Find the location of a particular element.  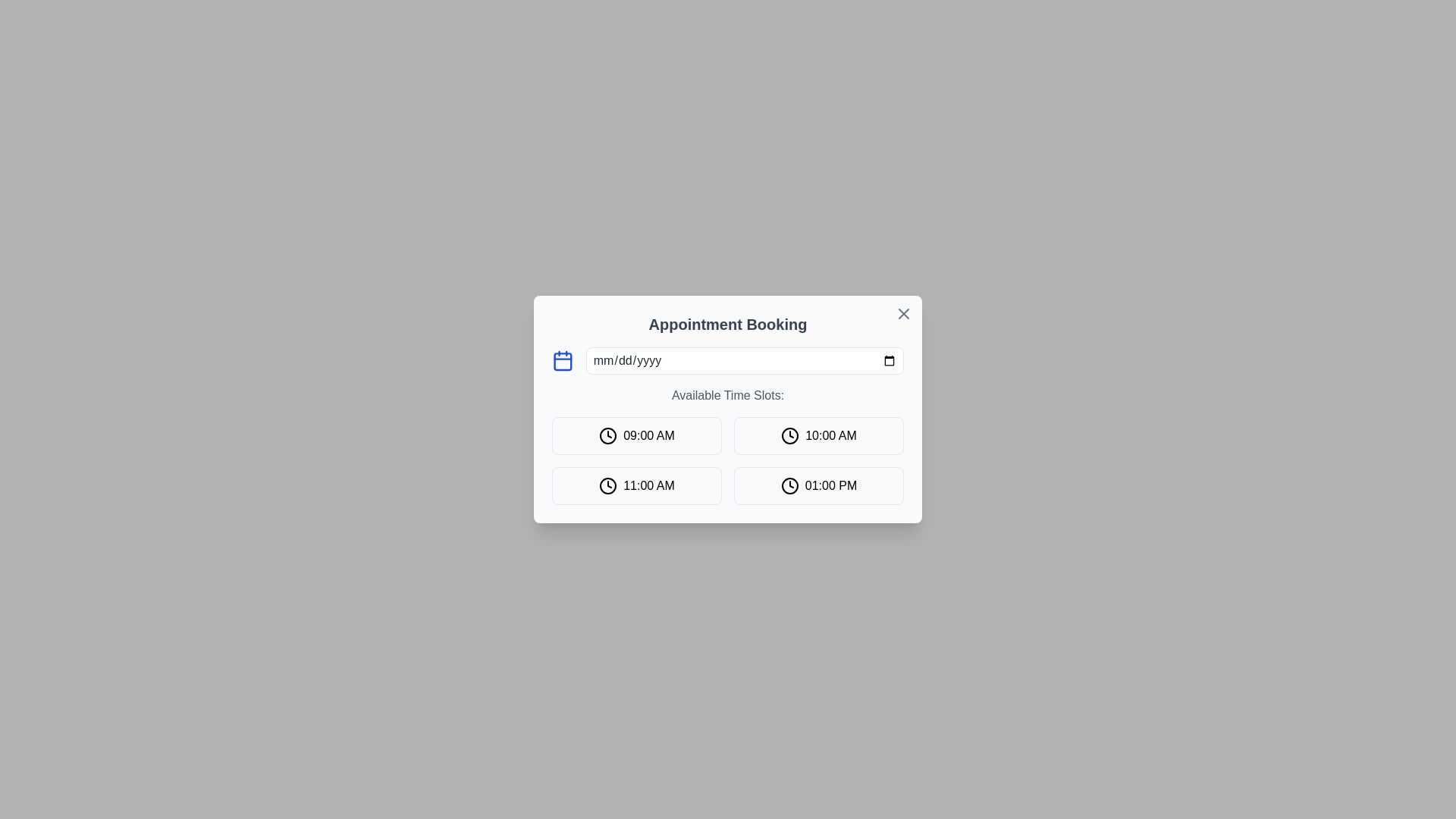

the SVG clock icon with a black border on a gray background, positioned next to the text '01:00 PM' in the bottom right of the appointment booking interface is located at coordinates (789, 485).